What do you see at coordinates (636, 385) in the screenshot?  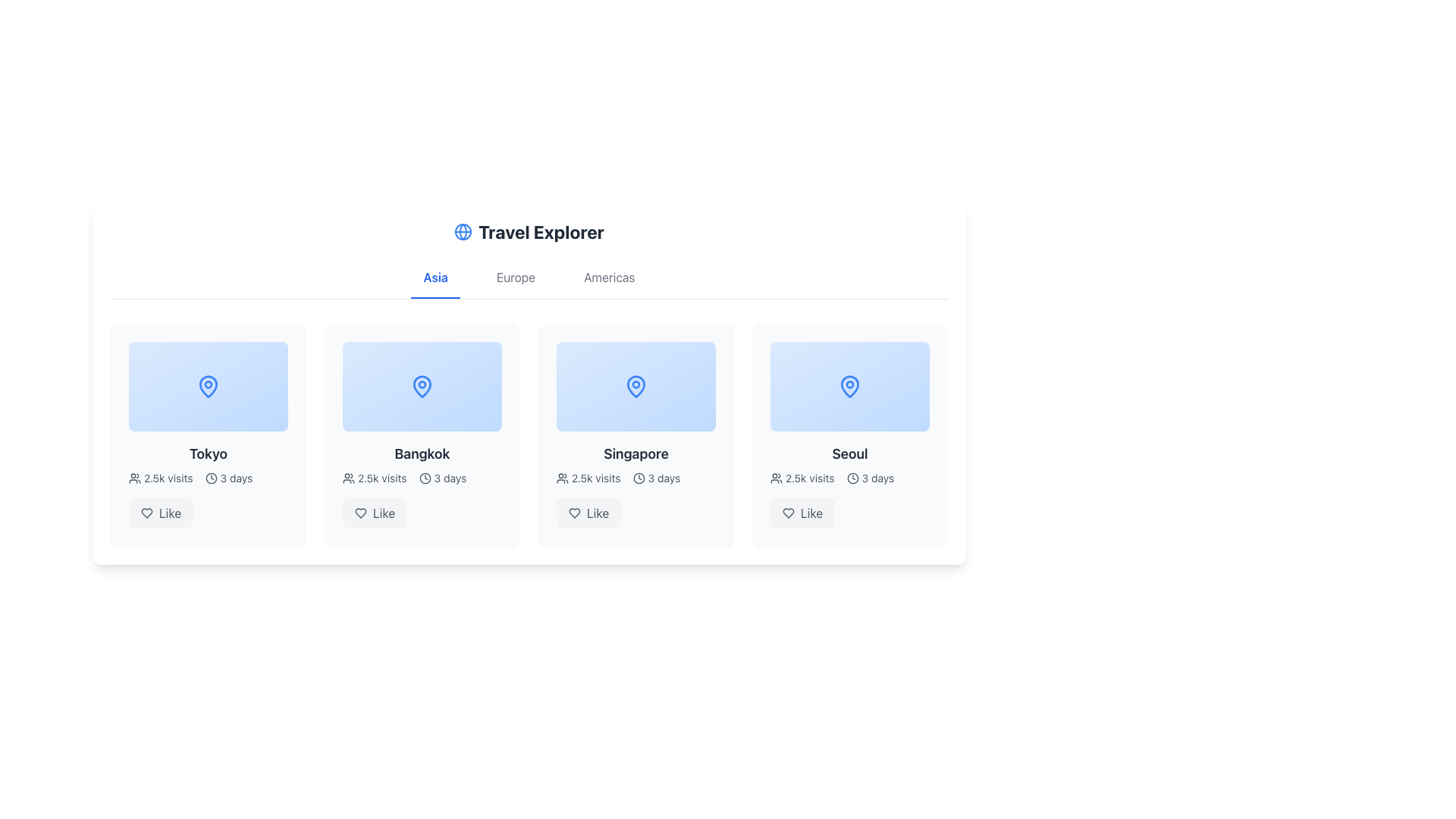 I see `the graphical location tile representing 'Singapore' in the travel exploration interface` at bounding box center [636, 385].